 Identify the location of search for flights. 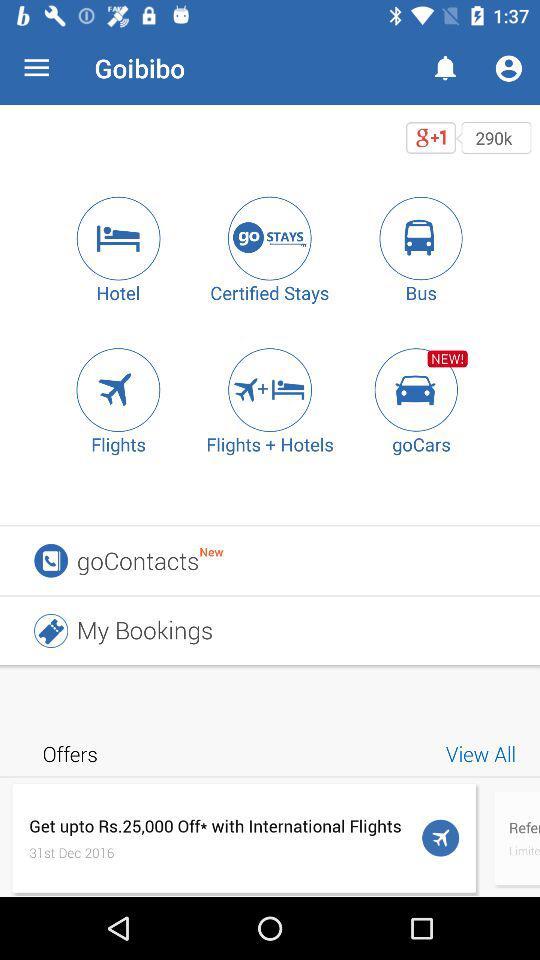
(118, 388).